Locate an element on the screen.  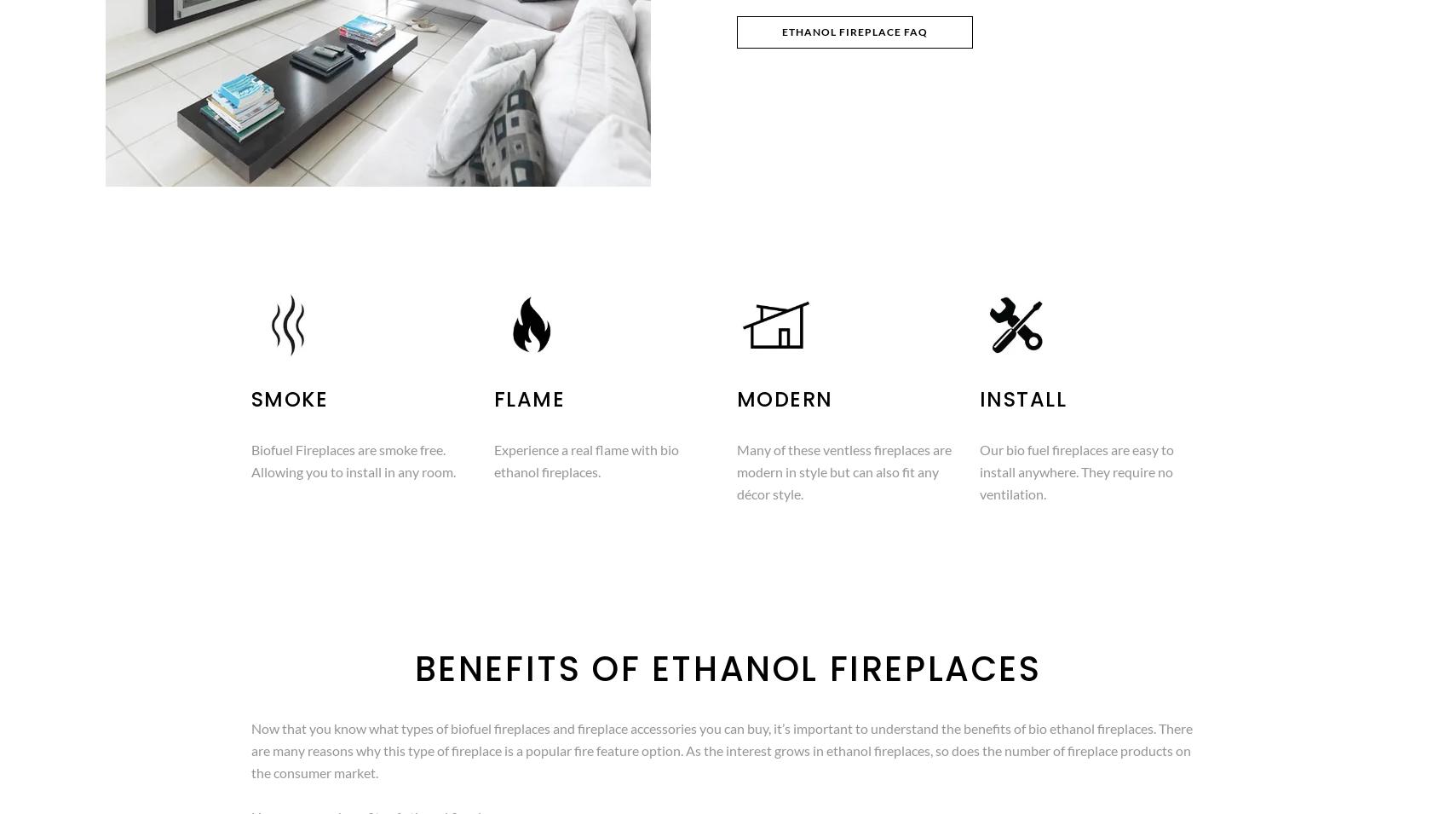
'Ethanol Fireplace FAQ' is located at coordinates (781, 31).